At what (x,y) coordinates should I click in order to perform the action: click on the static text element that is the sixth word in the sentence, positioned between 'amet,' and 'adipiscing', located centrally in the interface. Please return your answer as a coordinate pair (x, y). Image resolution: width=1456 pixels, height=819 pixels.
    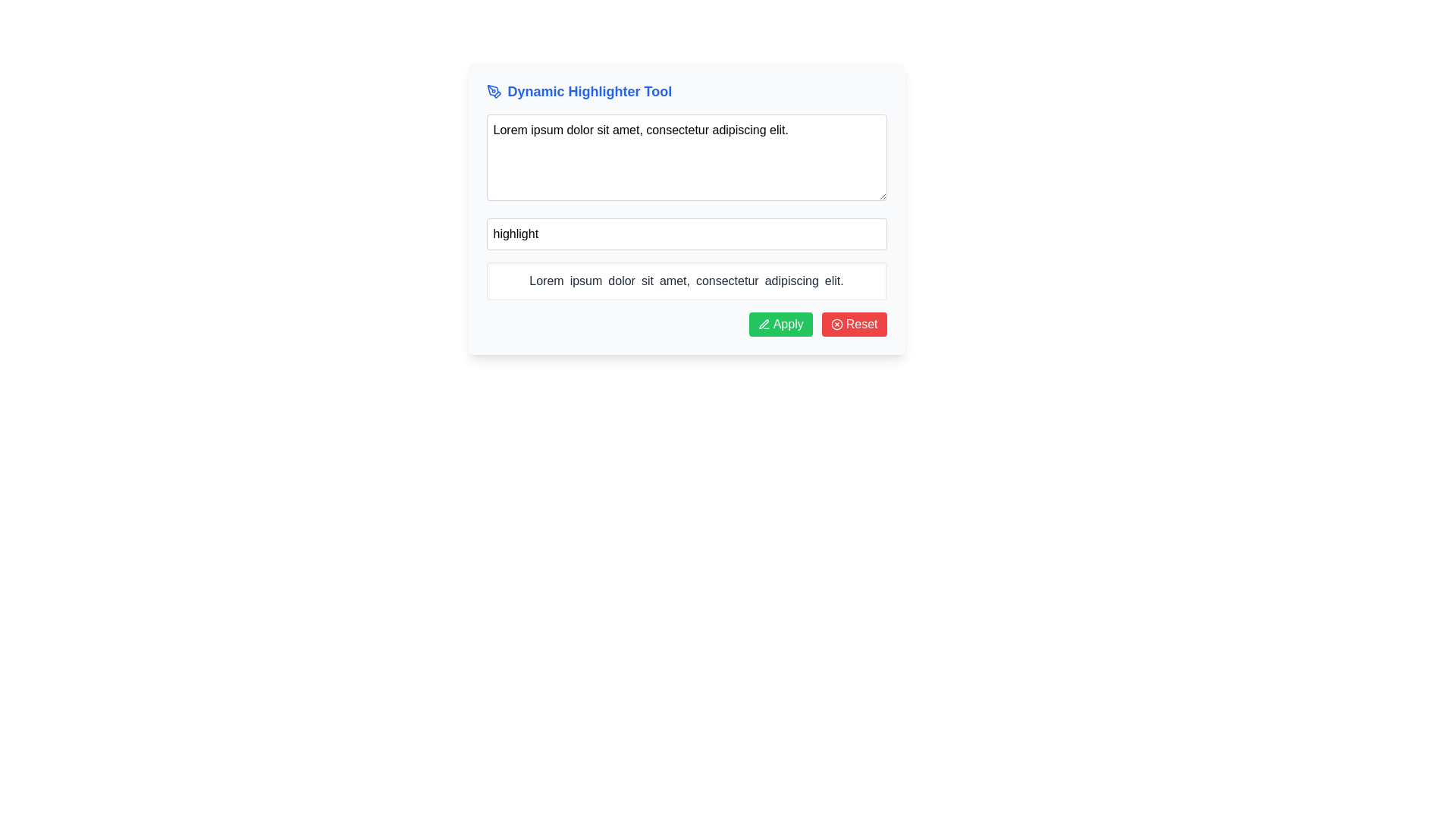
    Looking at the image, I should click on (726, 281).